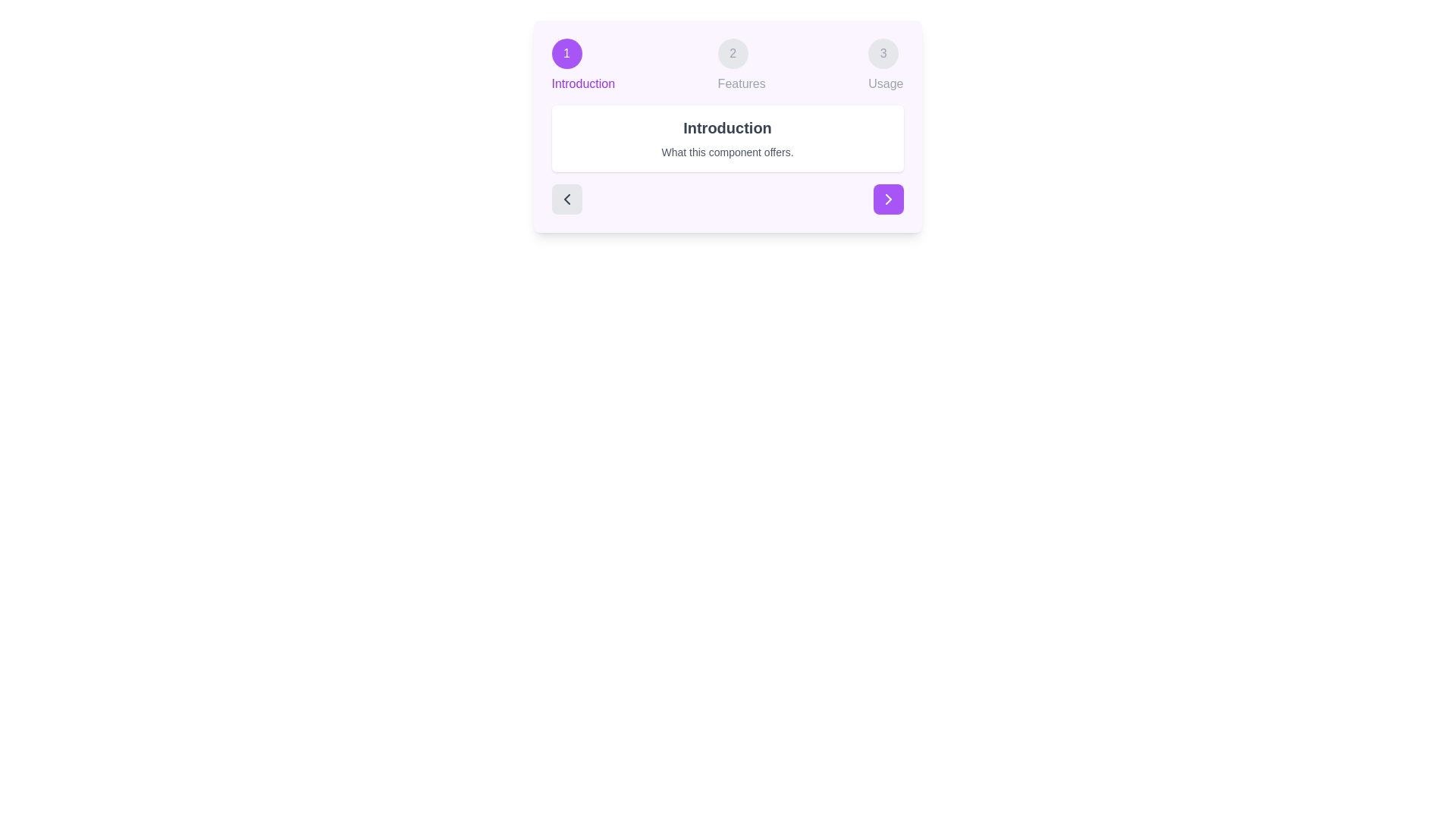 This screenshot has height=819, width=1456. What do you see at coordinates (582, 65) in the screenshot?
I see `the step indicator for Introduction to navigate directly to that step` at bounding box center [582, 65].